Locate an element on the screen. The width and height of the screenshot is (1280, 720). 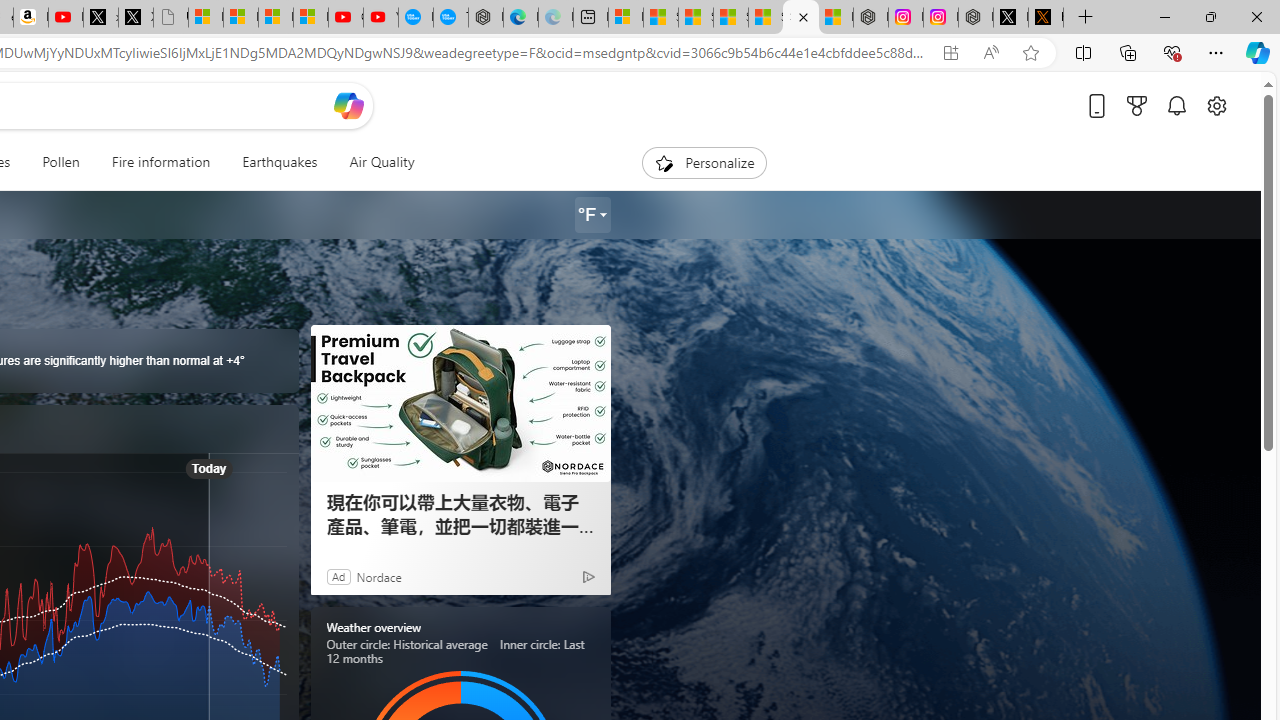
'Nordace (@NordaceOfficial) / X' is located at coordinates (1011, 17).